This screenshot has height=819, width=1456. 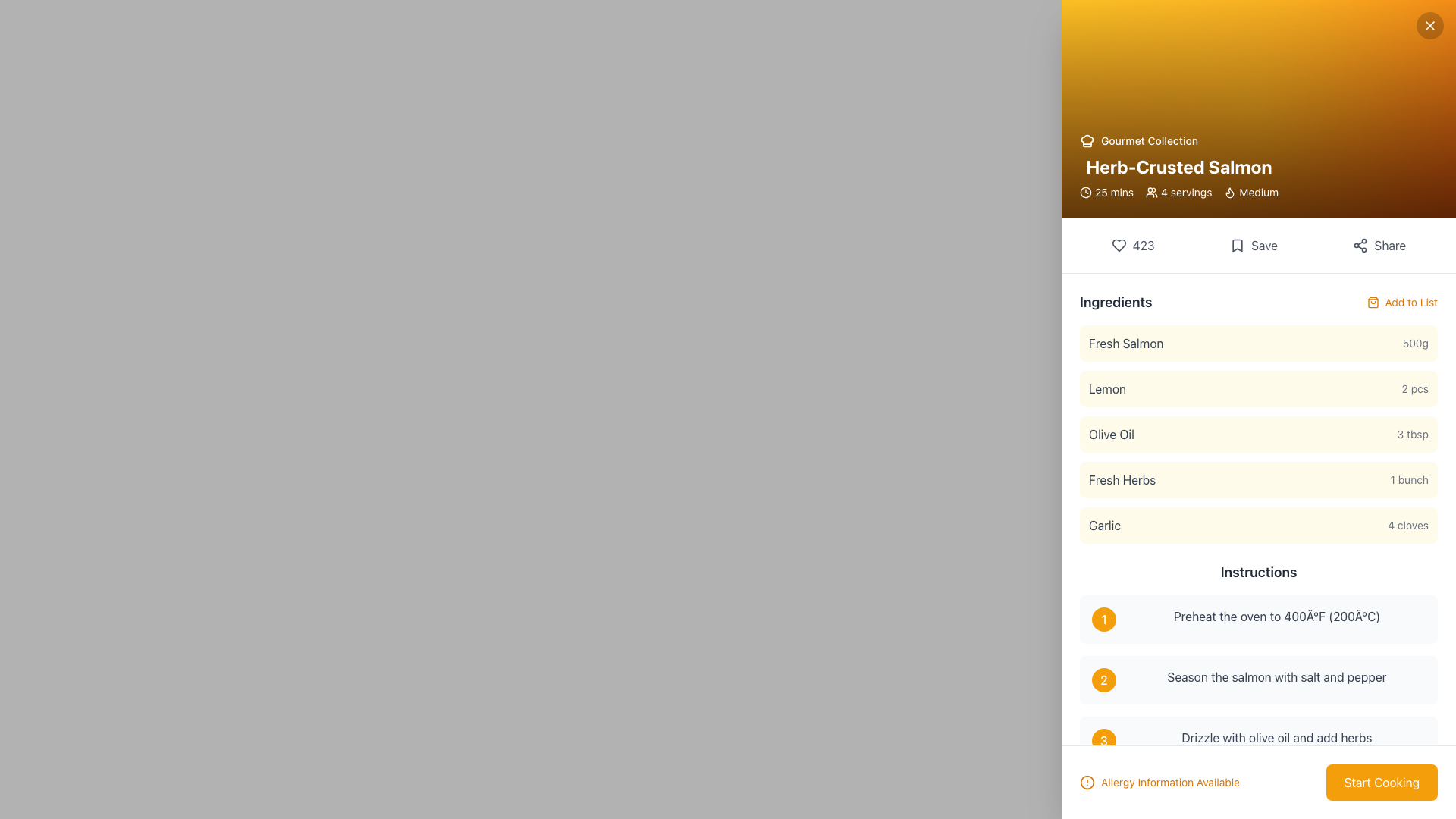 What do you see at coordinates (1103, 679) in the screenshot?
I see `the step indicator located to the left of the text 'Season the salmon with salt and pepper', which denotes the second step in the procedure` at bounding box center [1103, 679].